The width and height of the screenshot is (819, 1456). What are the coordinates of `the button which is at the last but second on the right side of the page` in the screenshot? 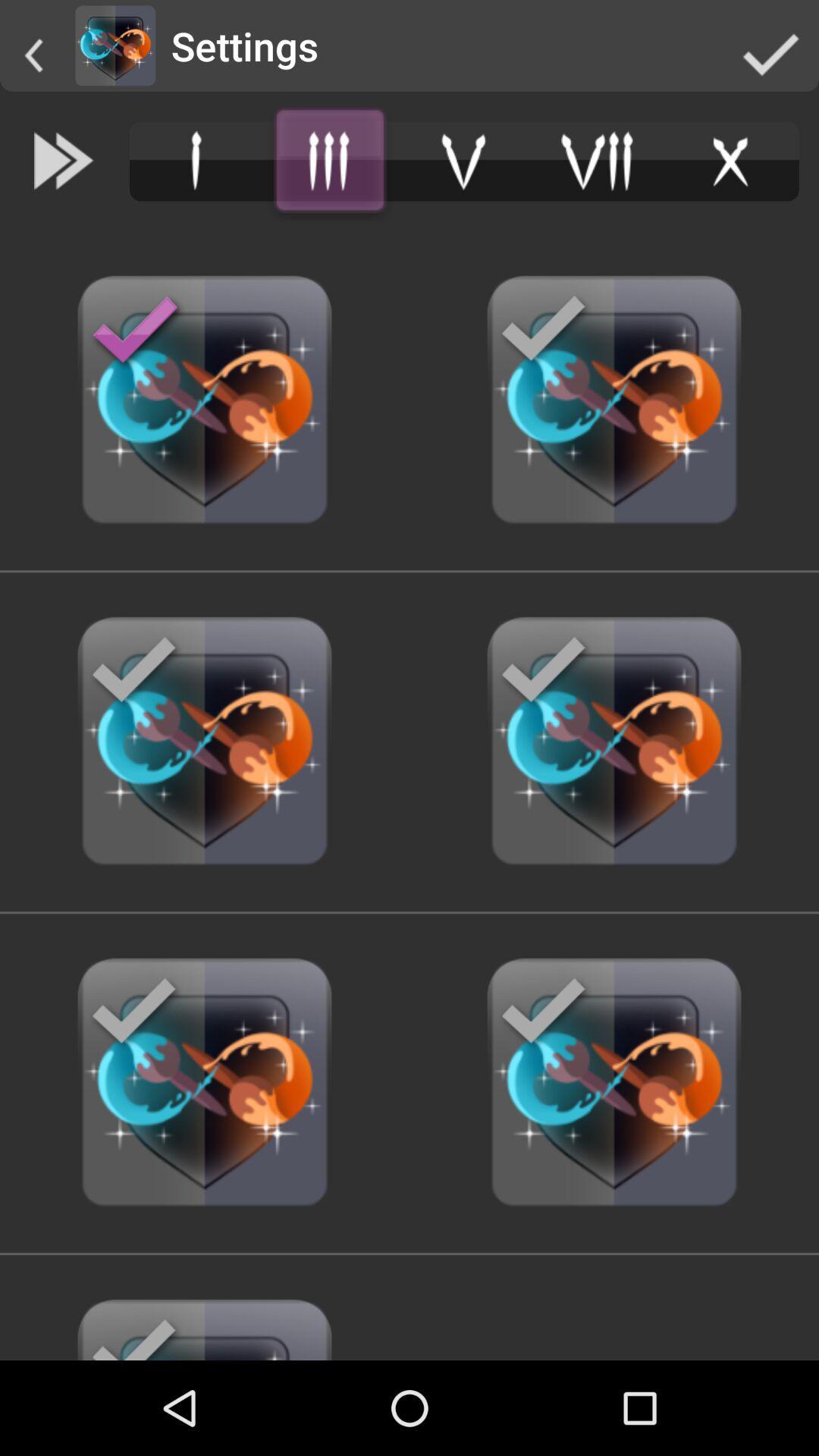 It's located at (614, 400).